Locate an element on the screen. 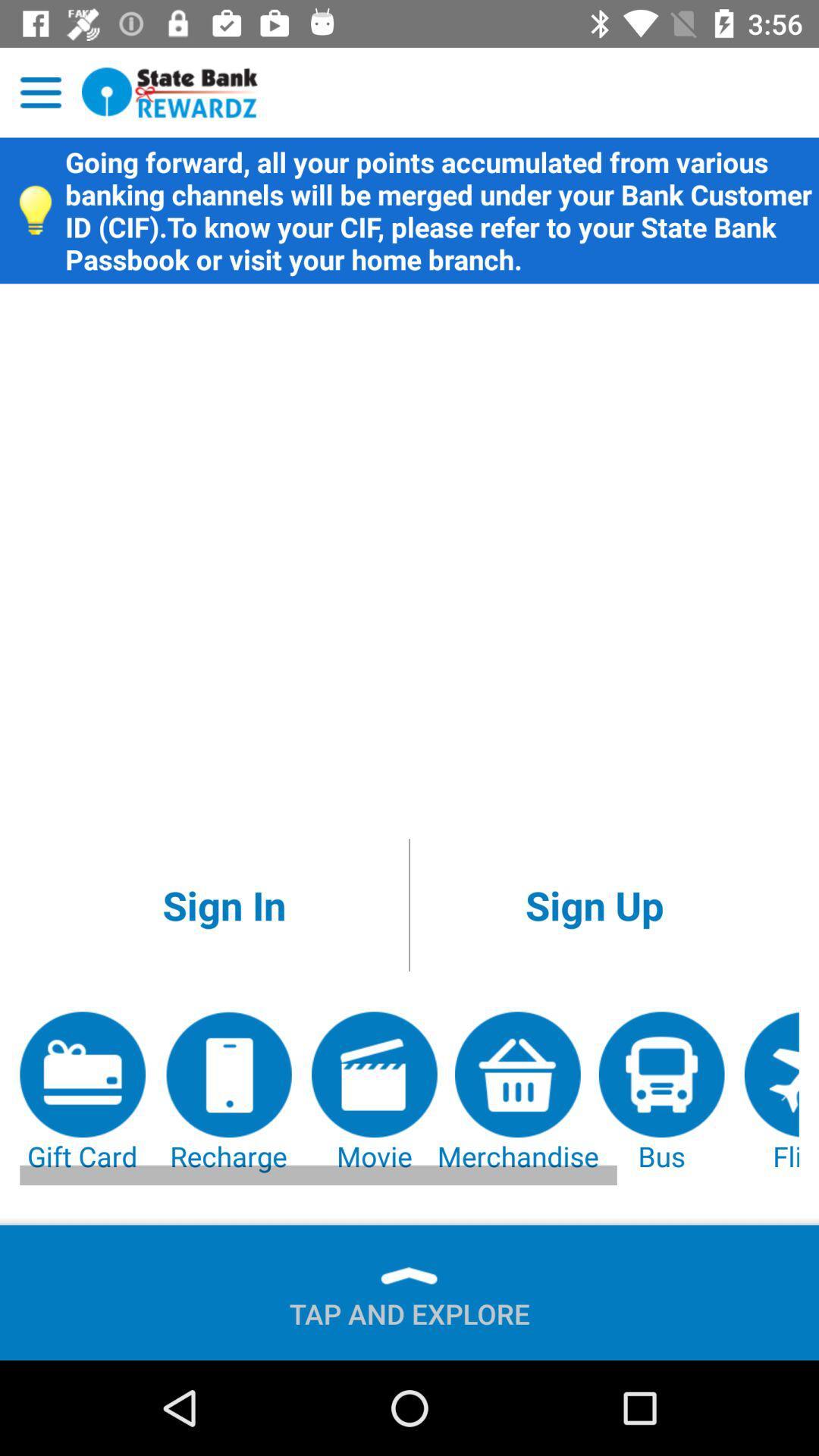 This screenshot has height=1456, width=819. bus icon is located at coordinates (661, 1093).